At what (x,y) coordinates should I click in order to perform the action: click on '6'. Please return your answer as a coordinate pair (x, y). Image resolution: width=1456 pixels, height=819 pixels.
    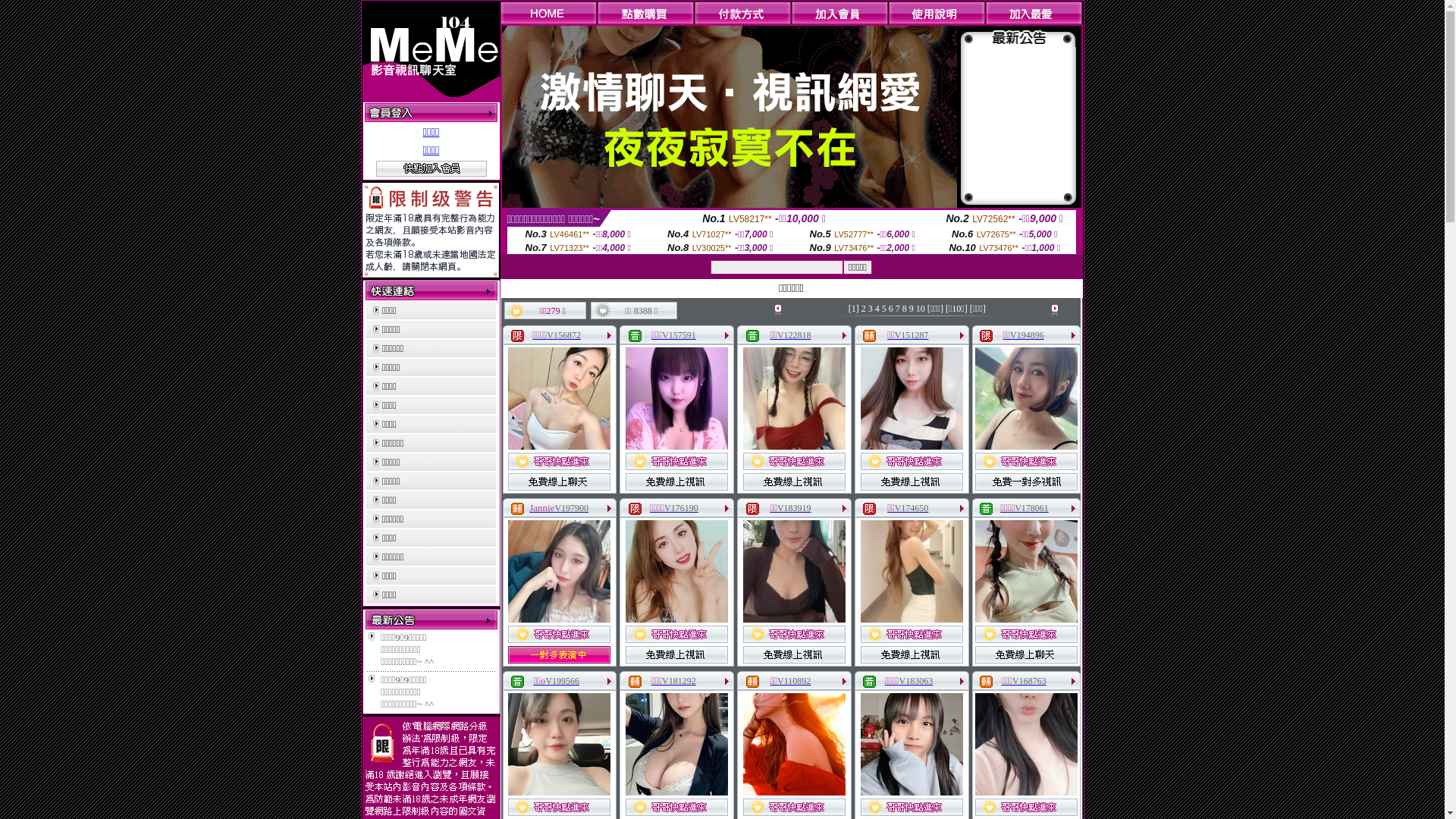
    Looking at the image, I should click on (888, 308).